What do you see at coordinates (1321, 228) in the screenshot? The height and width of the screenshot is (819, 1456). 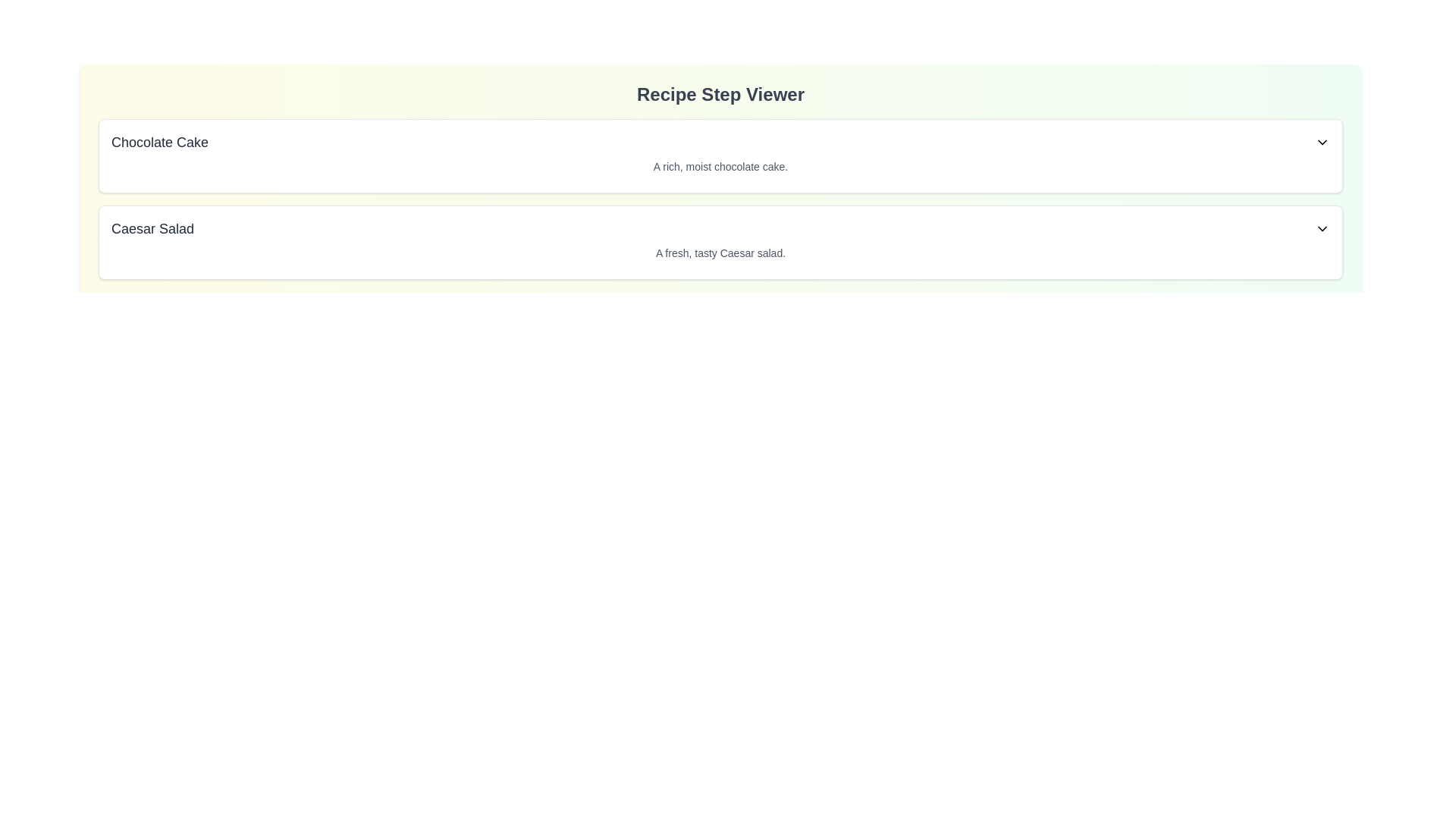 I see `the toggle button located at the rightmost part of the 'Caesar Salad' section` at bounding box center [1321, 228].